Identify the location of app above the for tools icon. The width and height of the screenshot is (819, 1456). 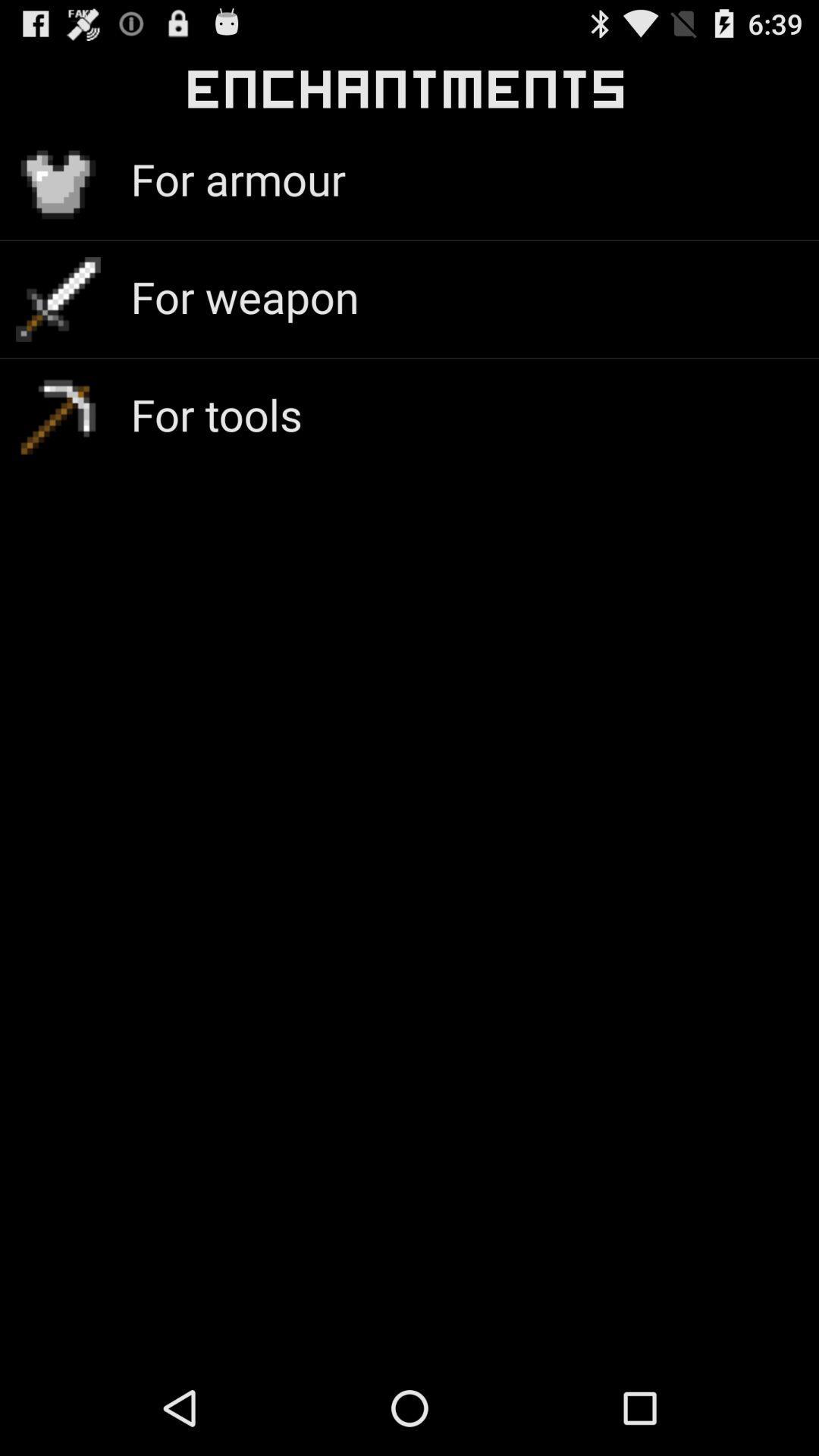
(243, 297).